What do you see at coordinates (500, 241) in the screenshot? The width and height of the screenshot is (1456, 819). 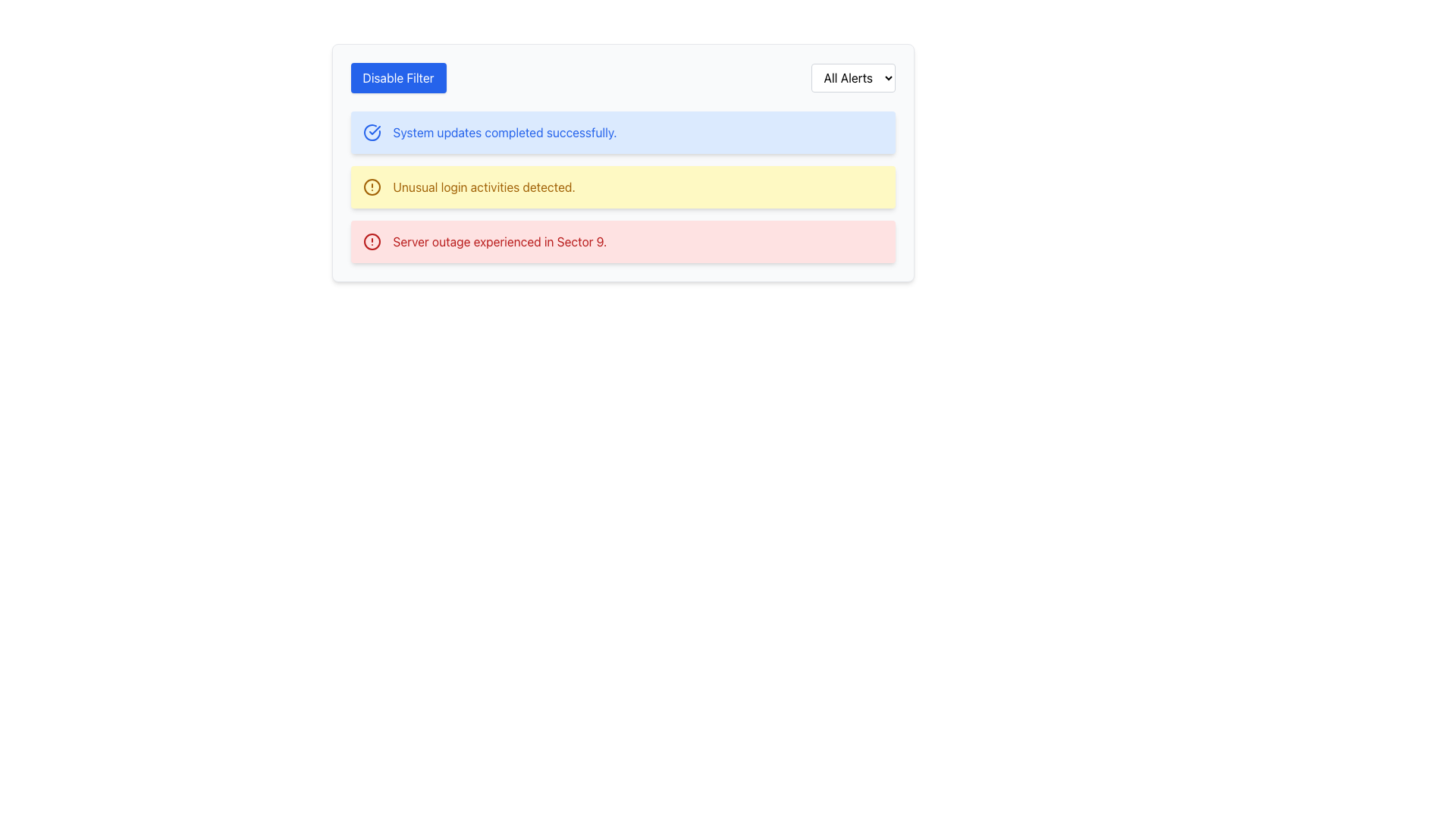 I see `alert message text located in the bottom alert box of the vertical list of notifications, which is styled with red highlights` at bounding box center [500, 241].